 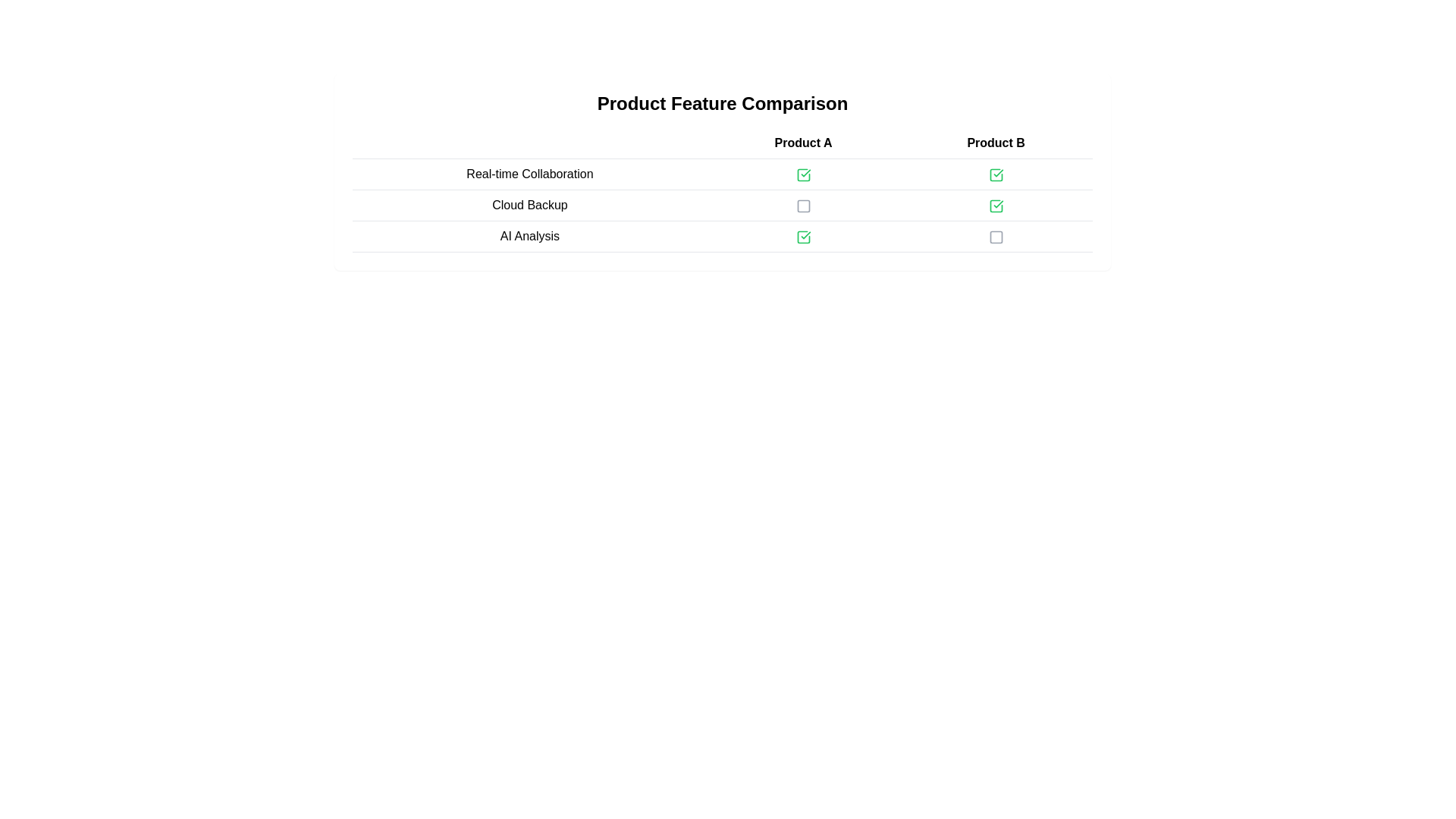 I want to click on the inactive icon representing the unselected state for 'Product B' in the 'AI Analysis' row of the table, so click(x=996, y=237).